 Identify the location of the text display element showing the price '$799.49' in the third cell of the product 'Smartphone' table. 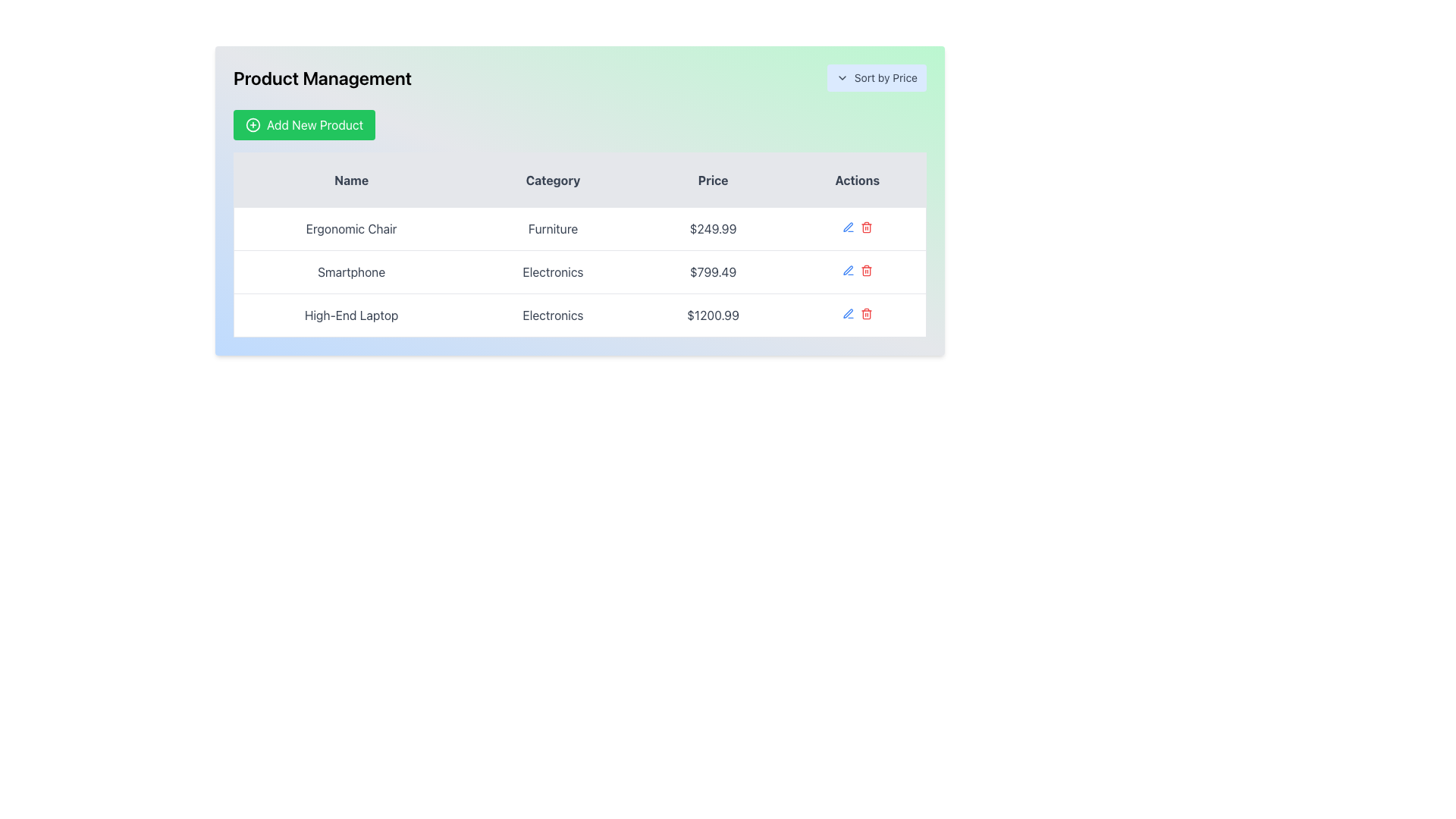
(712, 271).